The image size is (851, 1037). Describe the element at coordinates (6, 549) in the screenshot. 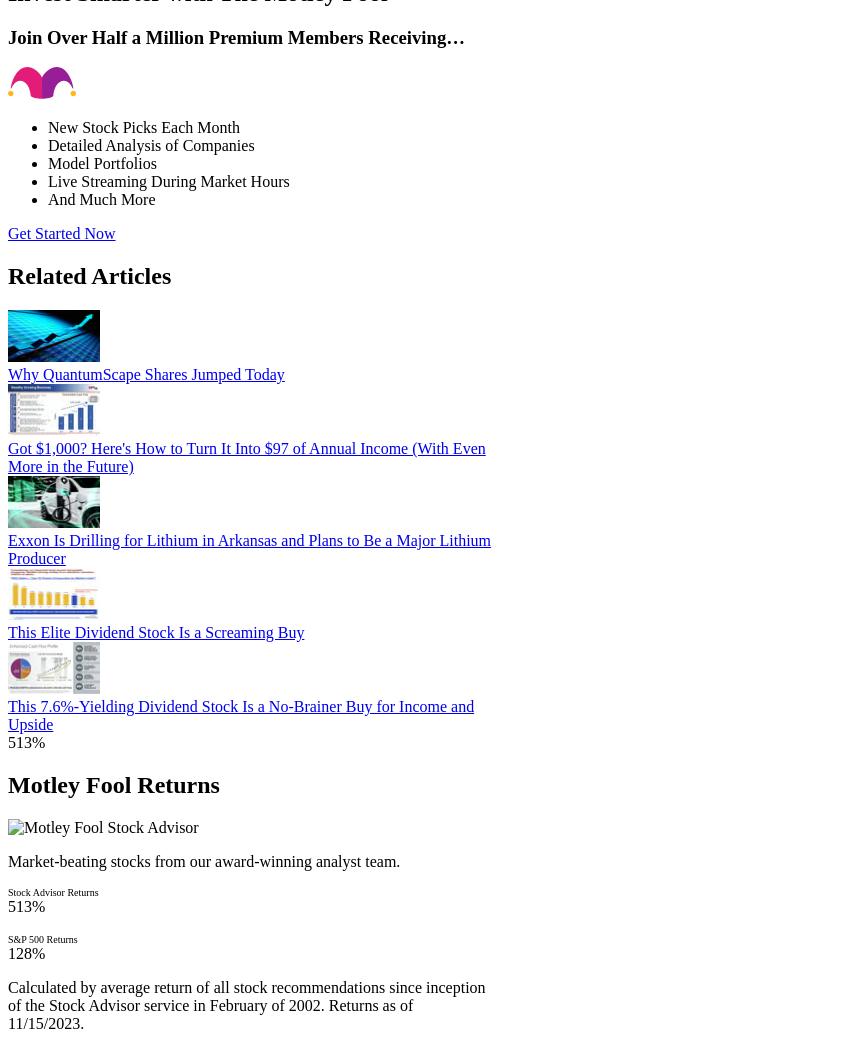

I see `'Exxon Is Drilling for Lithium in Arkansas and Plans to Be a Major Lithium Producer'` at that location.